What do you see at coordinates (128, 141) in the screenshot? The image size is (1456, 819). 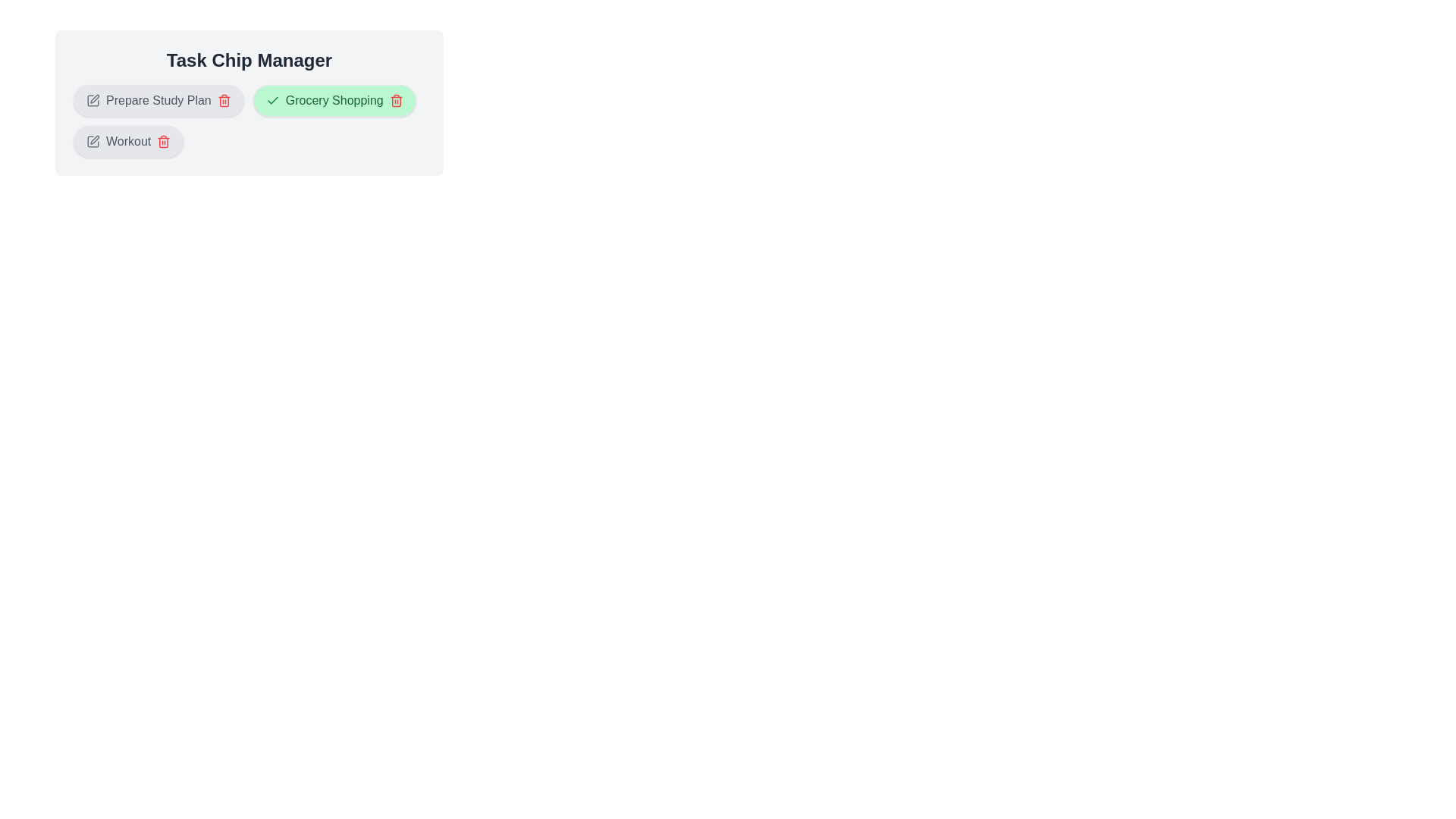 I see `the edit icon on the third task chip labeled 'Workout' to modify the task` at bounding box center [128, 141].